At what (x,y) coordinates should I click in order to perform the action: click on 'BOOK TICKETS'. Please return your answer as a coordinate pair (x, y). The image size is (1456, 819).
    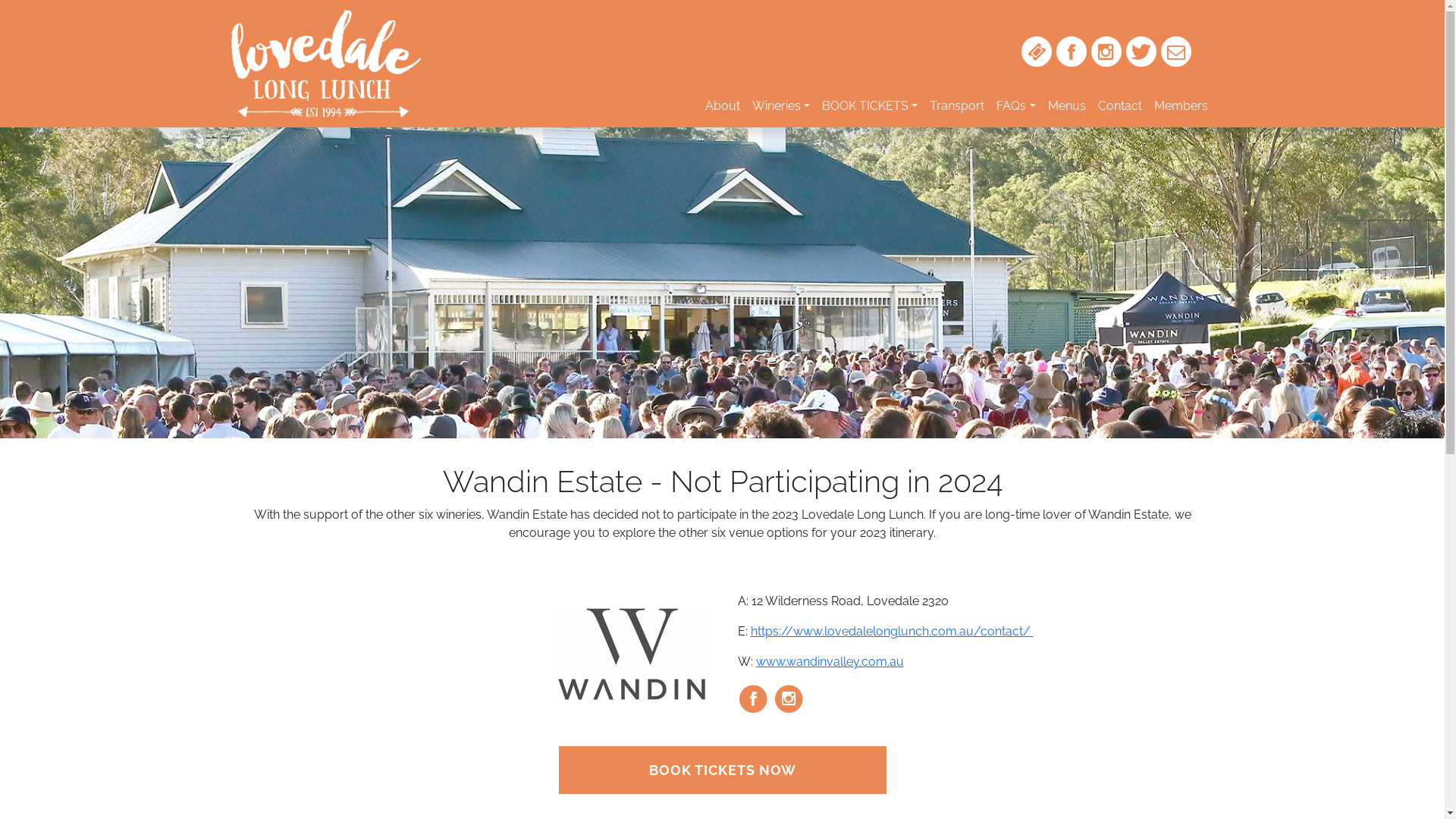
    Looking at the image, I should click on (870, 105).